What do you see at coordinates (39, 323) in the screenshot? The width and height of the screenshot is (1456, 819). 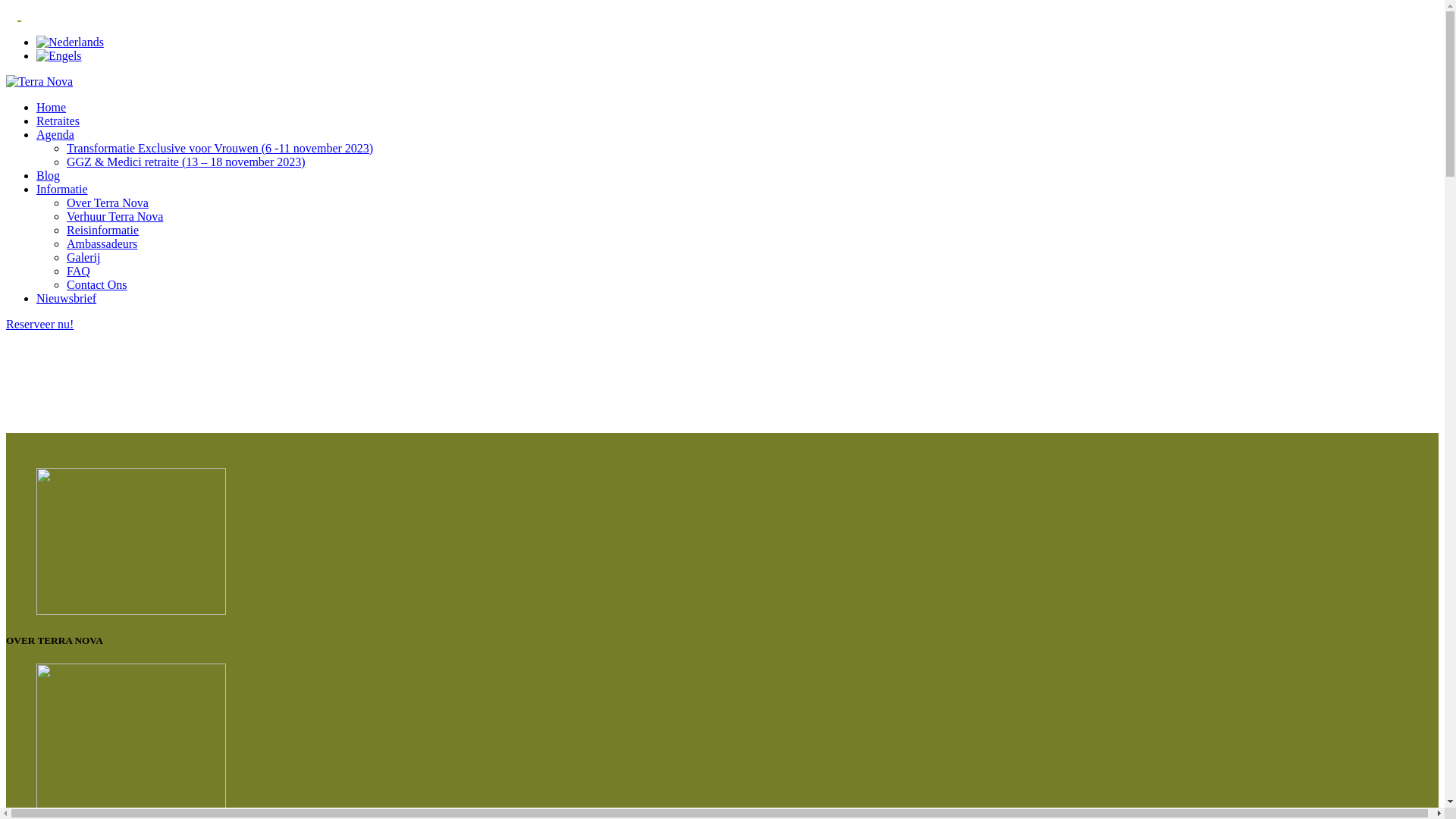 I see `'Reserveer nu!'` at bounding box center [39, 323].